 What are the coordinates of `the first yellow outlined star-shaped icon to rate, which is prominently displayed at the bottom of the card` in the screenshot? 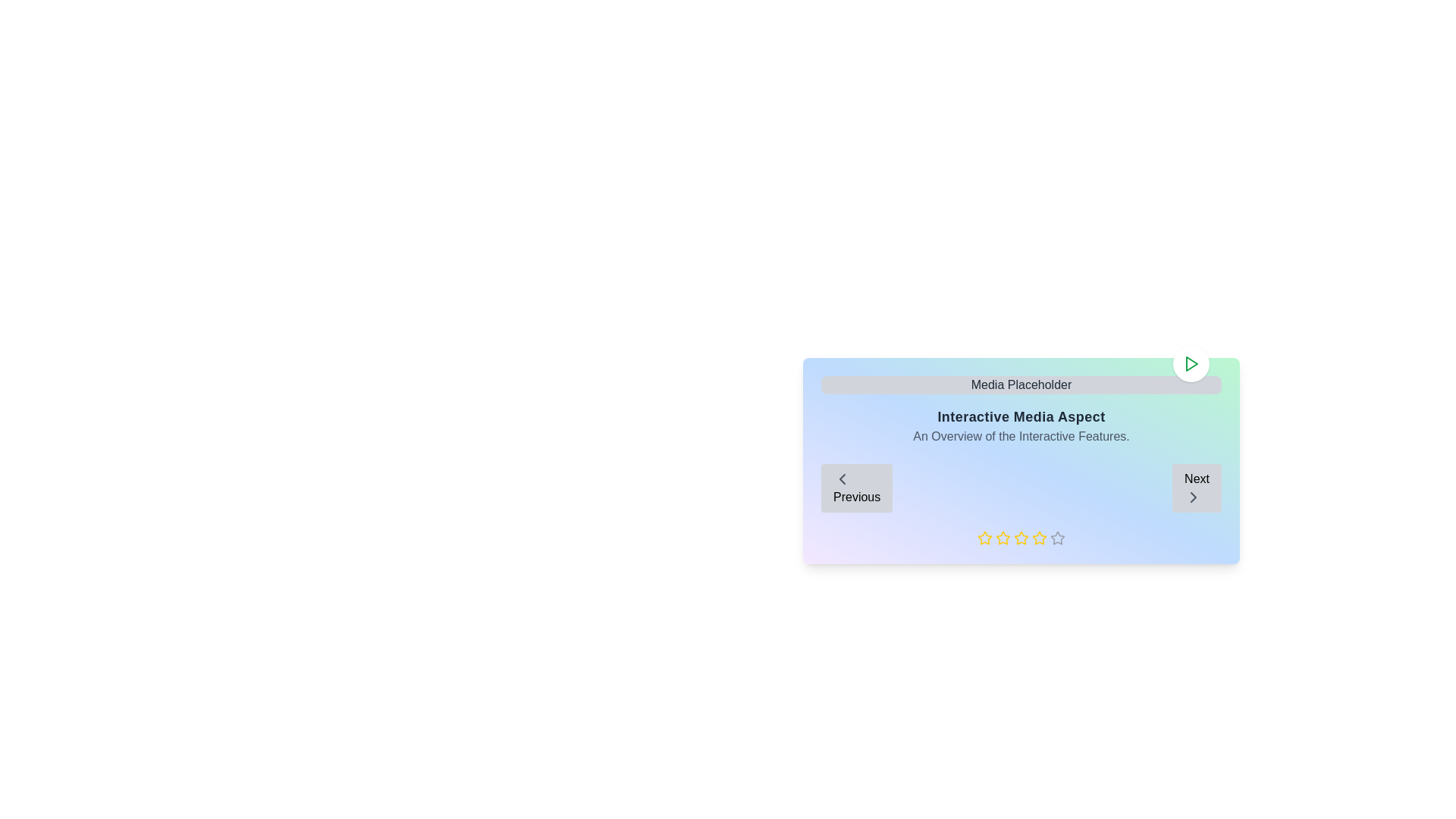 It's located at (984, 537).